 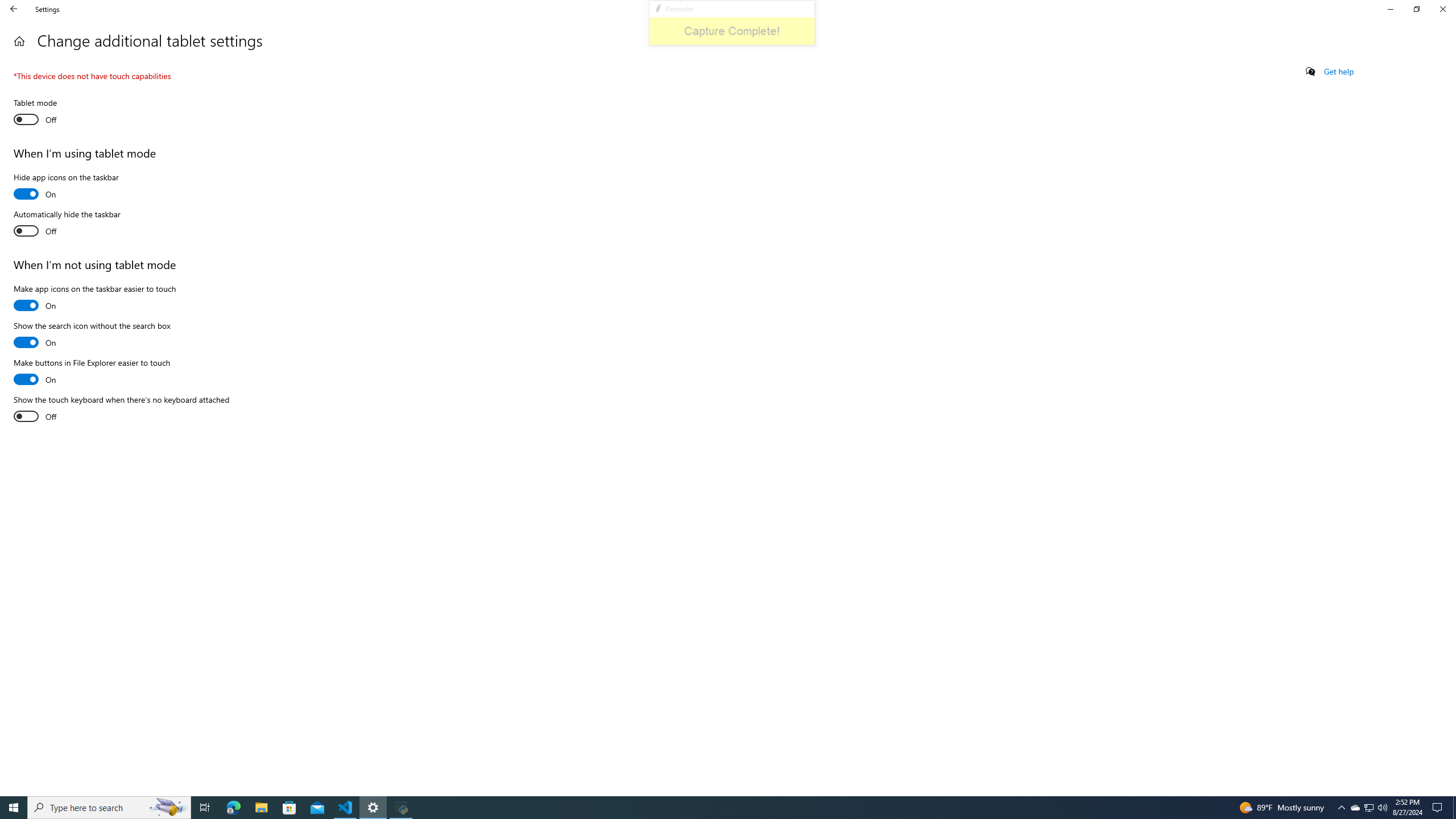 I want to click on 'Make app icons on the taskbar easier to touch', so click(x=94, y=298).